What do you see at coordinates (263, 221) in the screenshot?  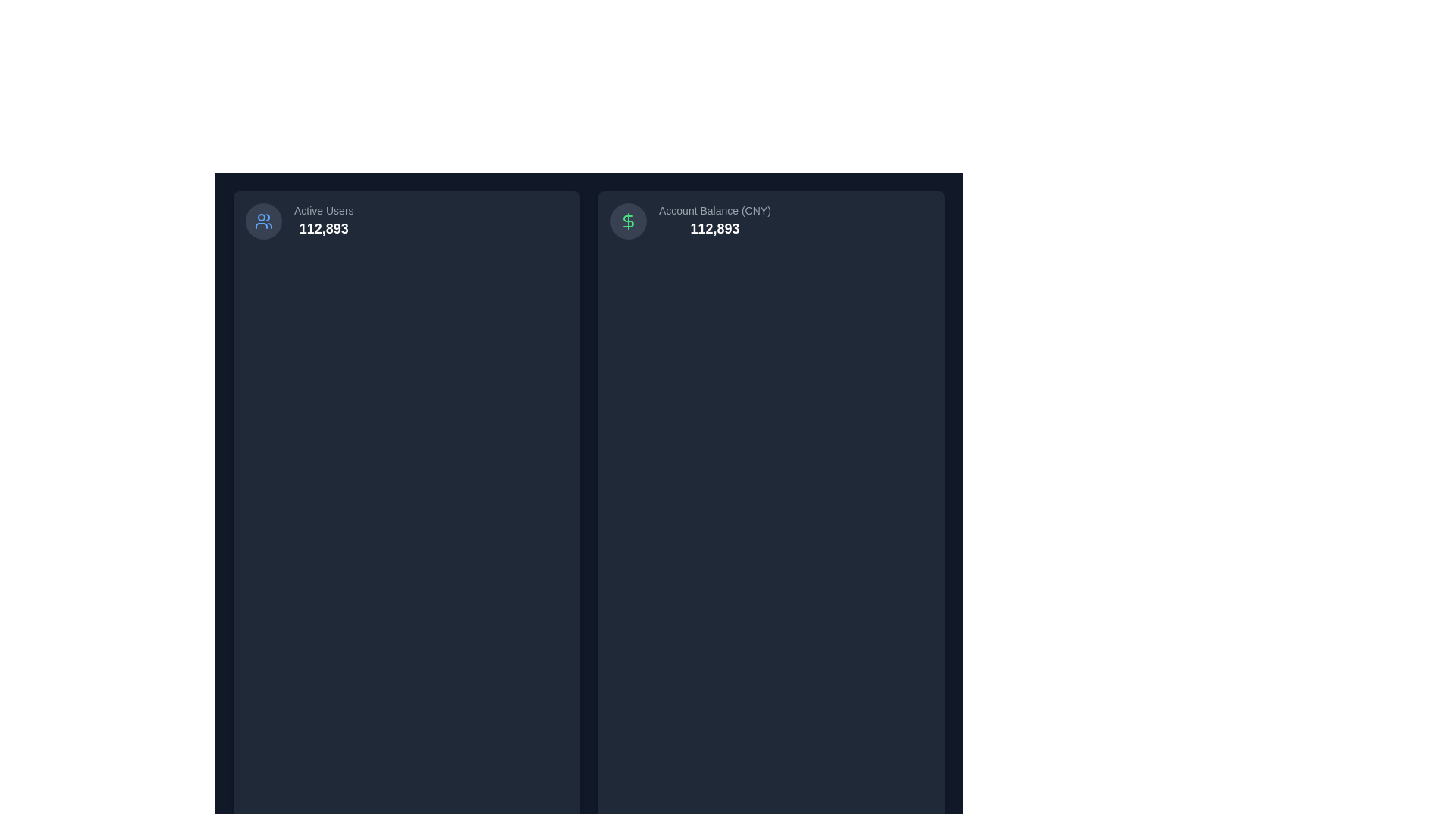 I see `the graphical icon representing a group of users, which has a minimalist design with a circular form and blue color, located within the 'Active Users' card` at bounding box center [263, 221].